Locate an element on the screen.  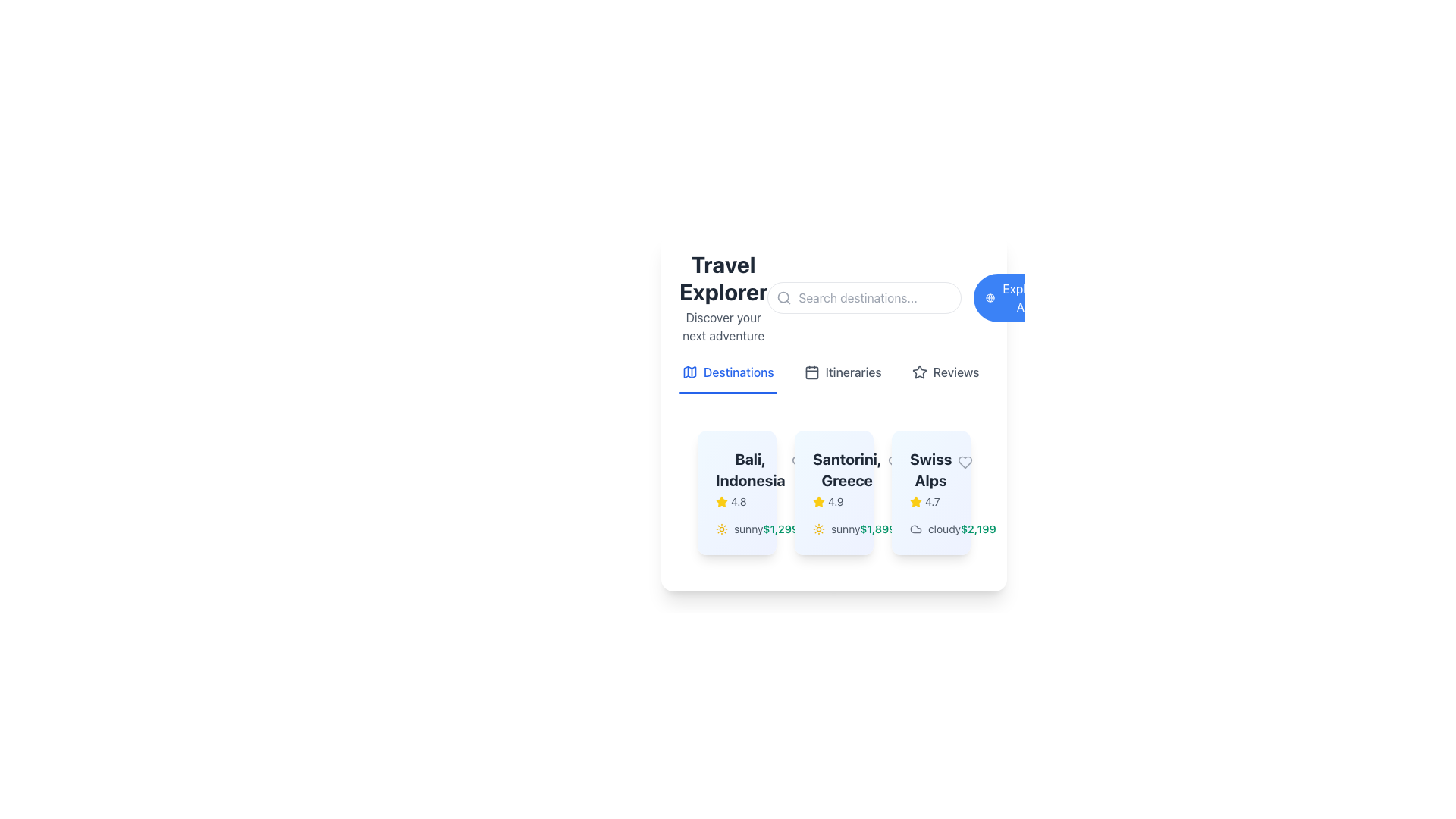
text label that displays the rating value for the destination 'Bali, Indonesia', which is located to the right of the yellow star icon in the rating section is located at coordinates (739, 502).